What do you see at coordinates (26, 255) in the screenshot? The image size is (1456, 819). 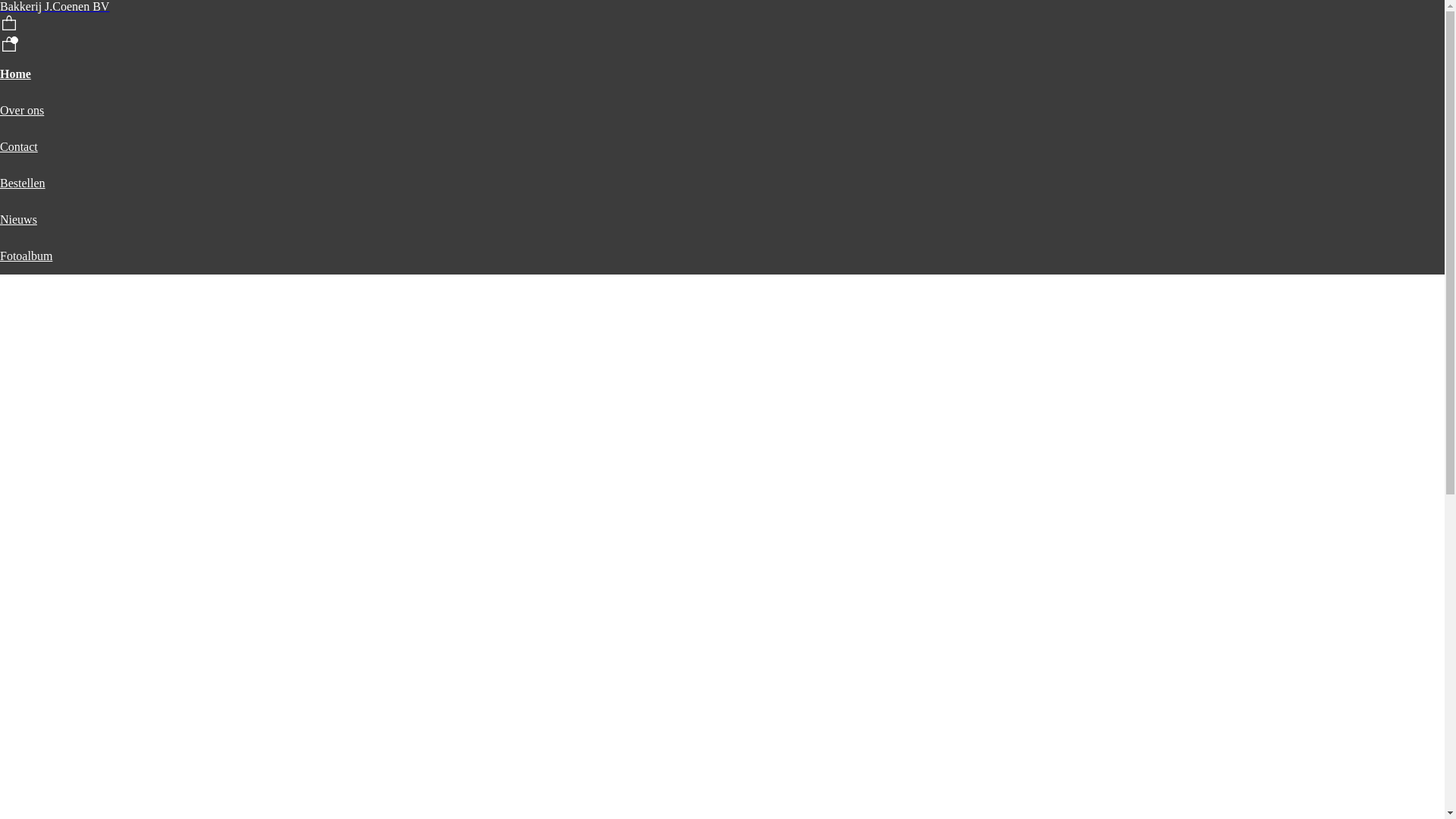 I see `'Fotoalbum'` at bounding box center [26, 255].